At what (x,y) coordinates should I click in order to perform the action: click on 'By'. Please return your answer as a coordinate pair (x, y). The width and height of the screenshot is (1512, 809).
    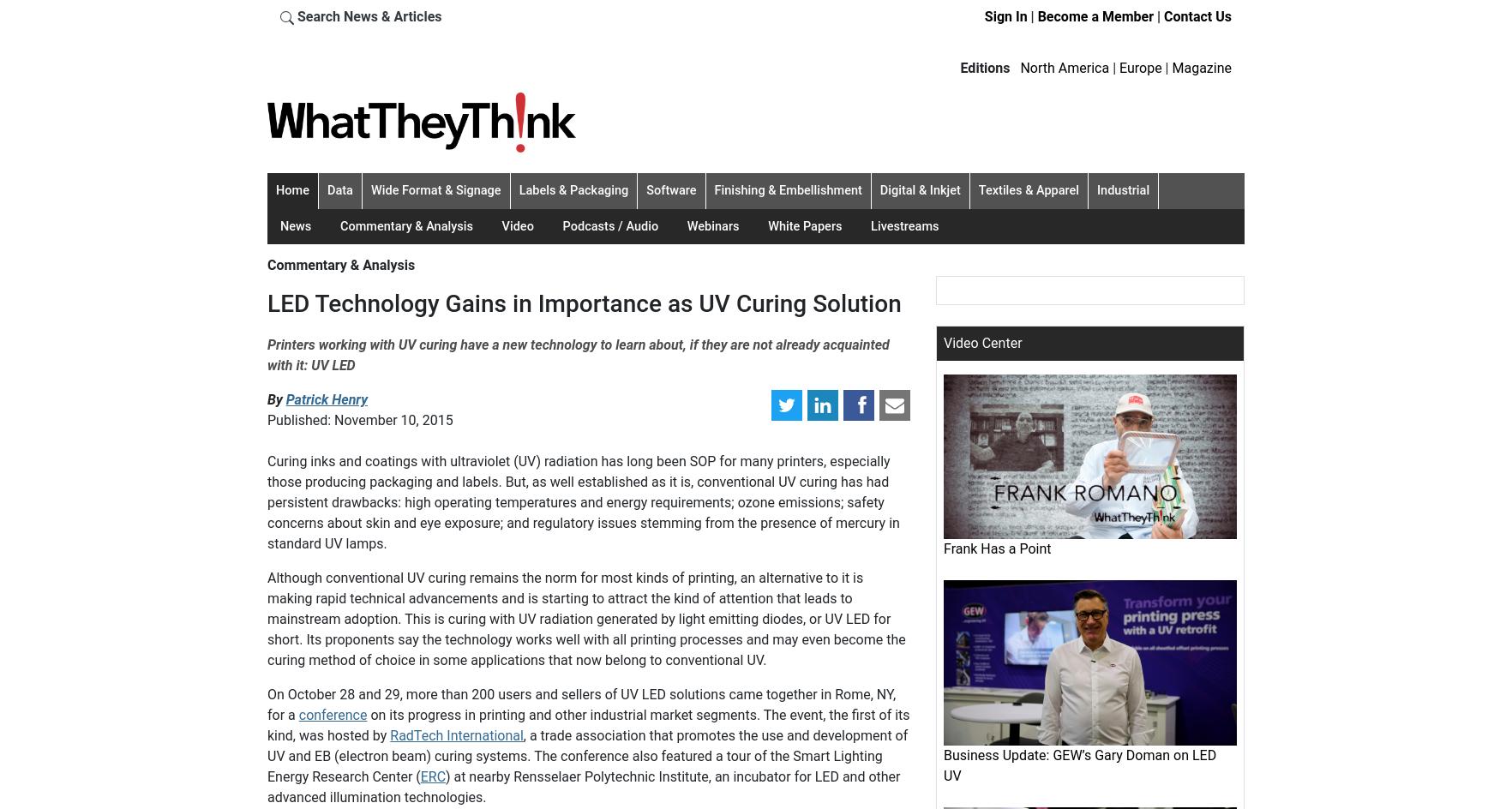
    Looking at the image, I should click on (276, 399).